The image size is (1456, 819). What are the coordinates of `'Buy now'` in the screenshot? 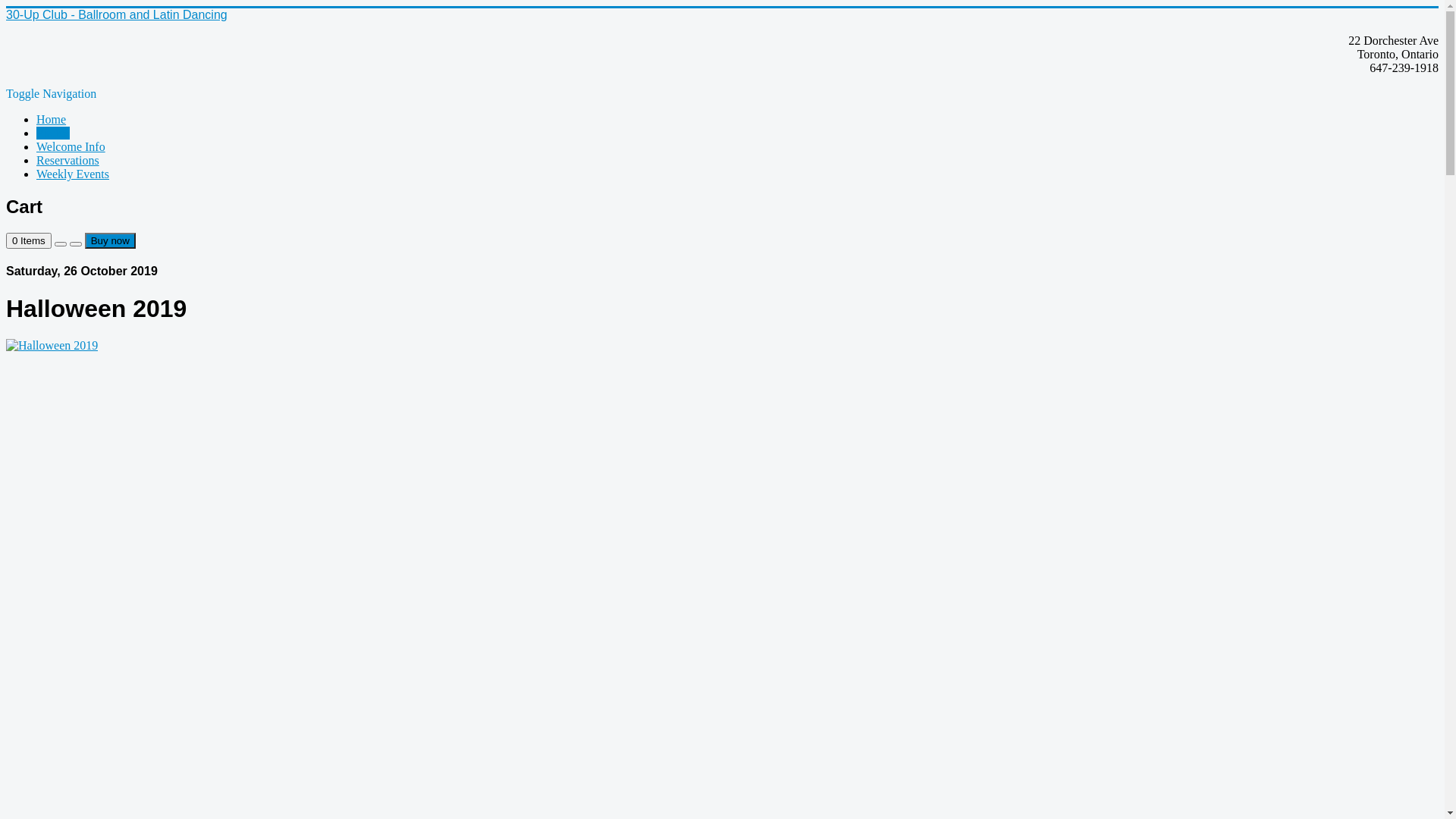 It's located at (109, 240).